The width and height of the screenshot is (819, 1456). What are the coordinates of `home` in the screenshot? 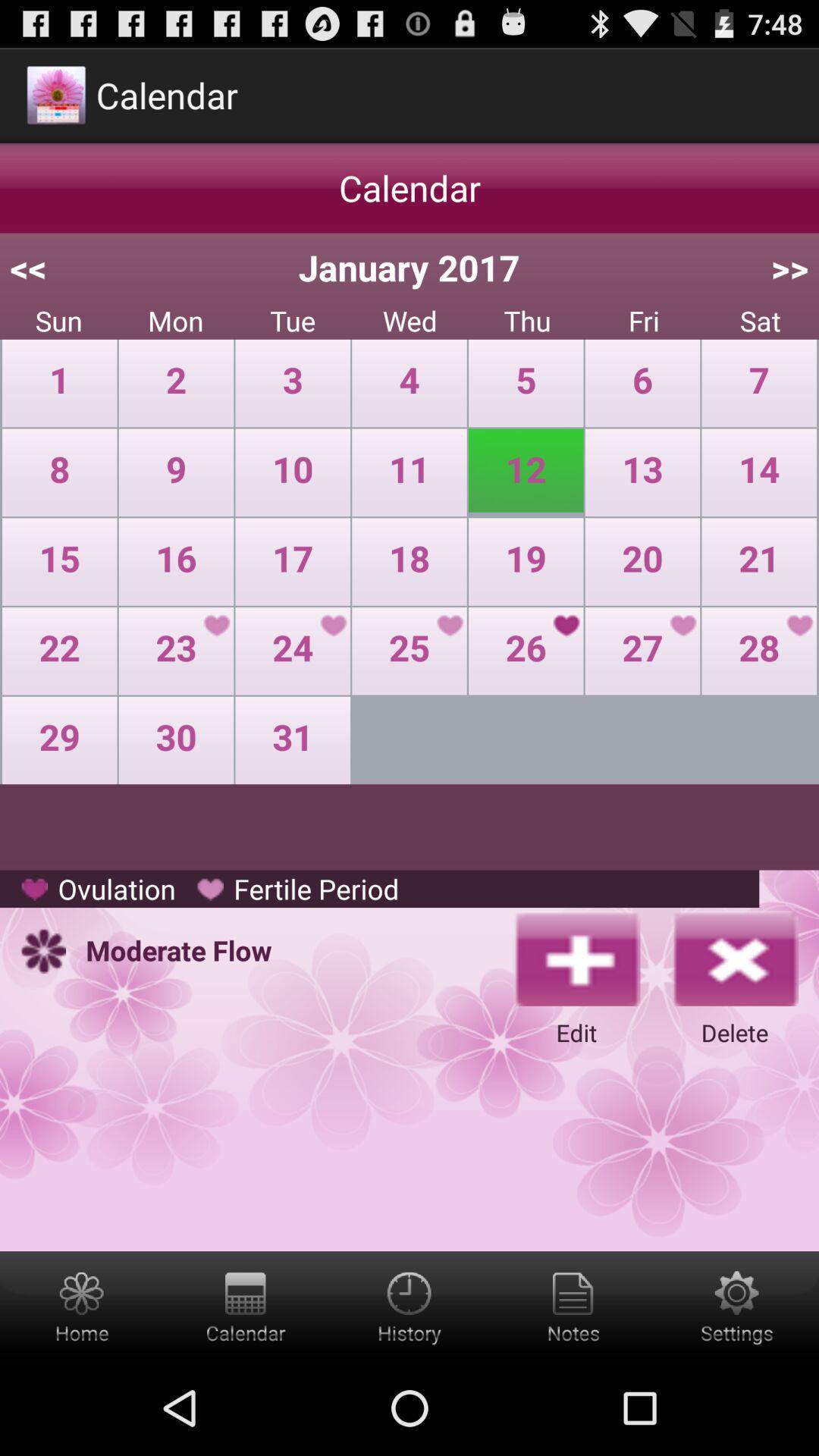 It's located at (82, 1305).